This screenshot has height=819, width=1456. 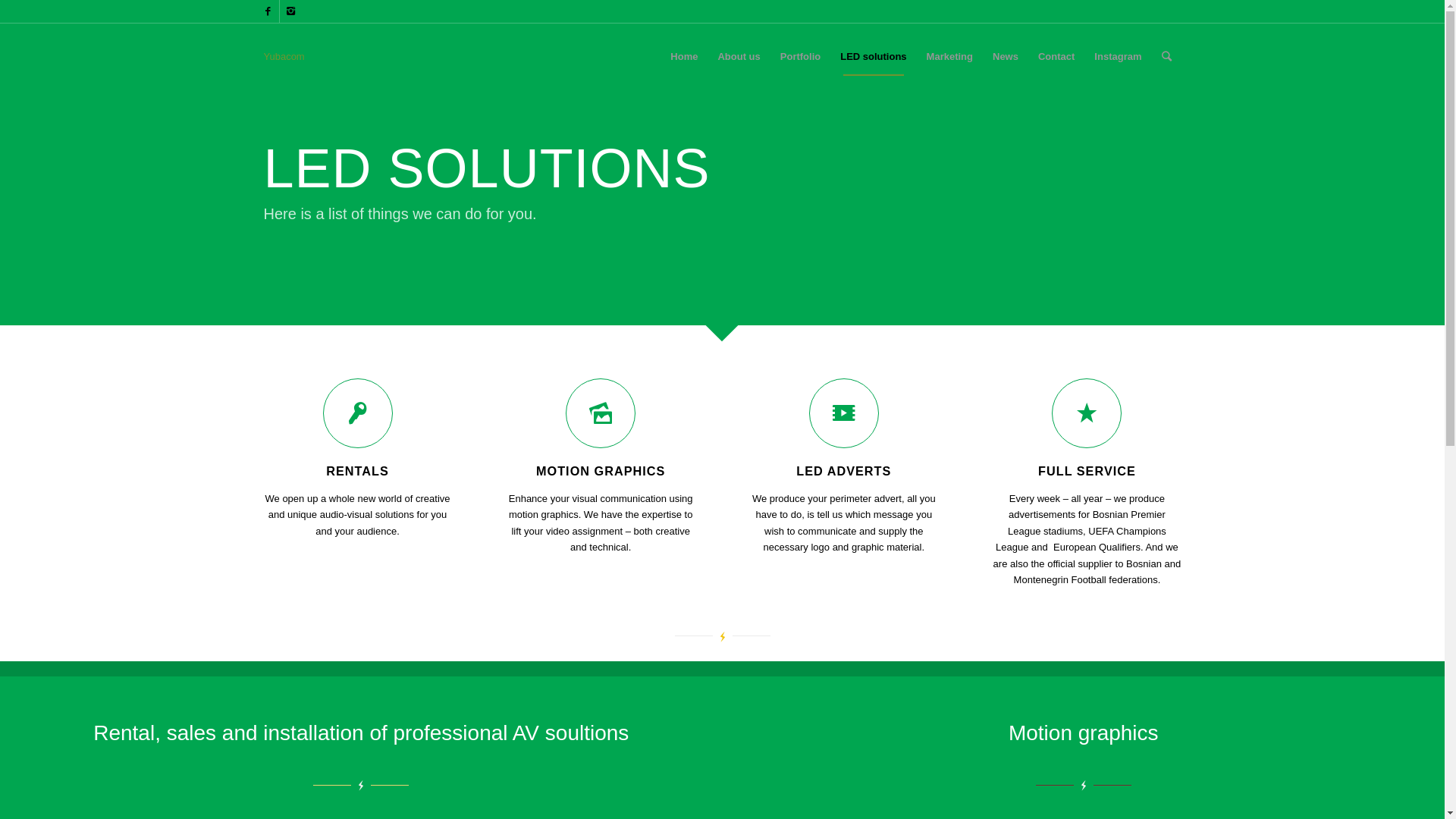 What do you see at coordinates (739, 55) in the screenshot?
I see `'About us'` at bounding box center [739, 55].